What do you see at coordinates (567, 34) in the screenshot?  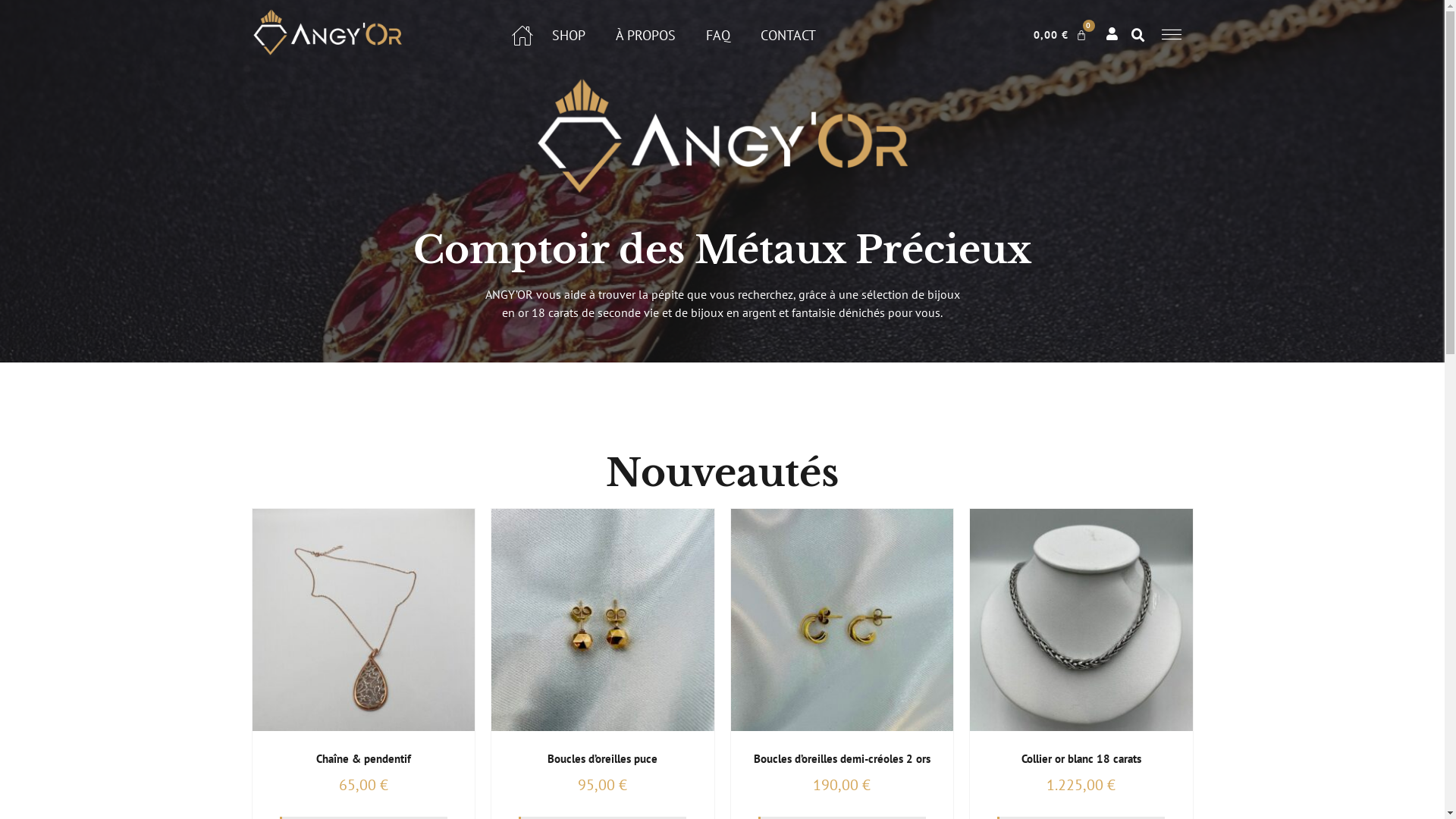 I see `'SHOP'` at bounding box center [567, 34].